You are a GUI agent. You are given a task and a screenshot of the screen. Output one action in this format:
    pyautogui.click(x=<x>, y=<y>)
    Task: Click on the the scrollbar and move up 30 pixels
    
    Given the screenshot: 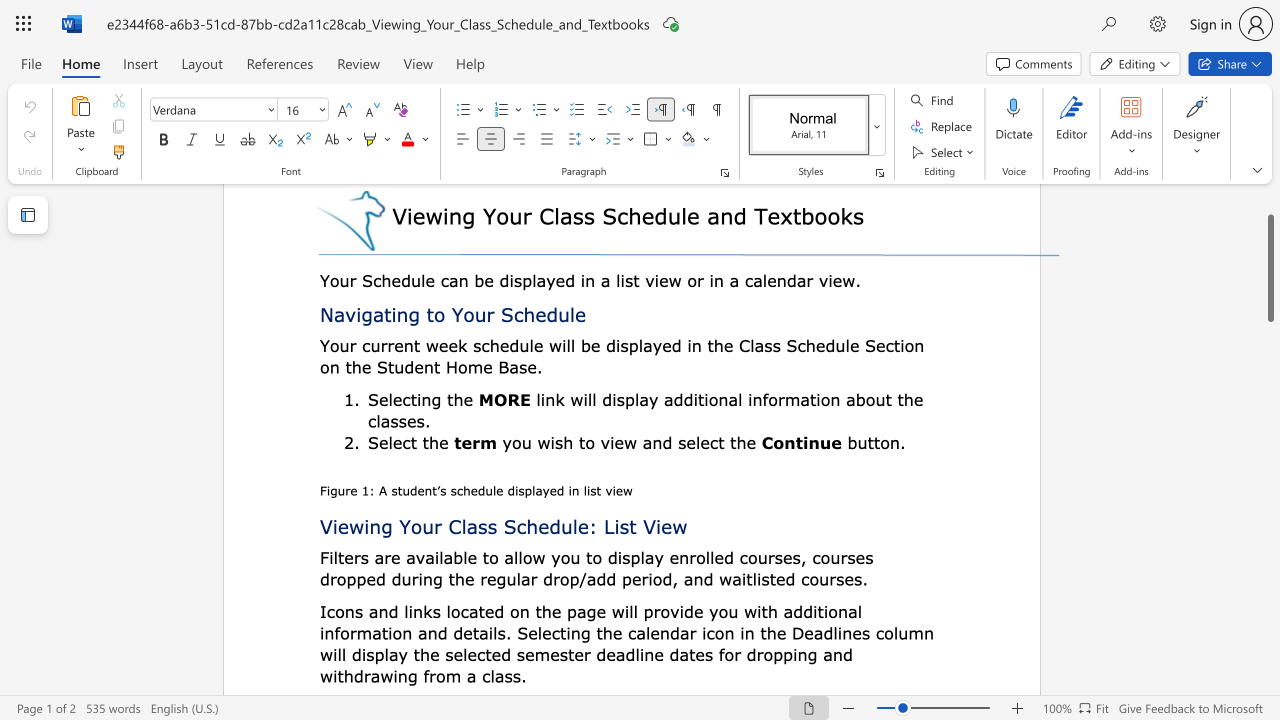 What is the action you would take?
    pyautogui.click(x=1269, y=267)
    